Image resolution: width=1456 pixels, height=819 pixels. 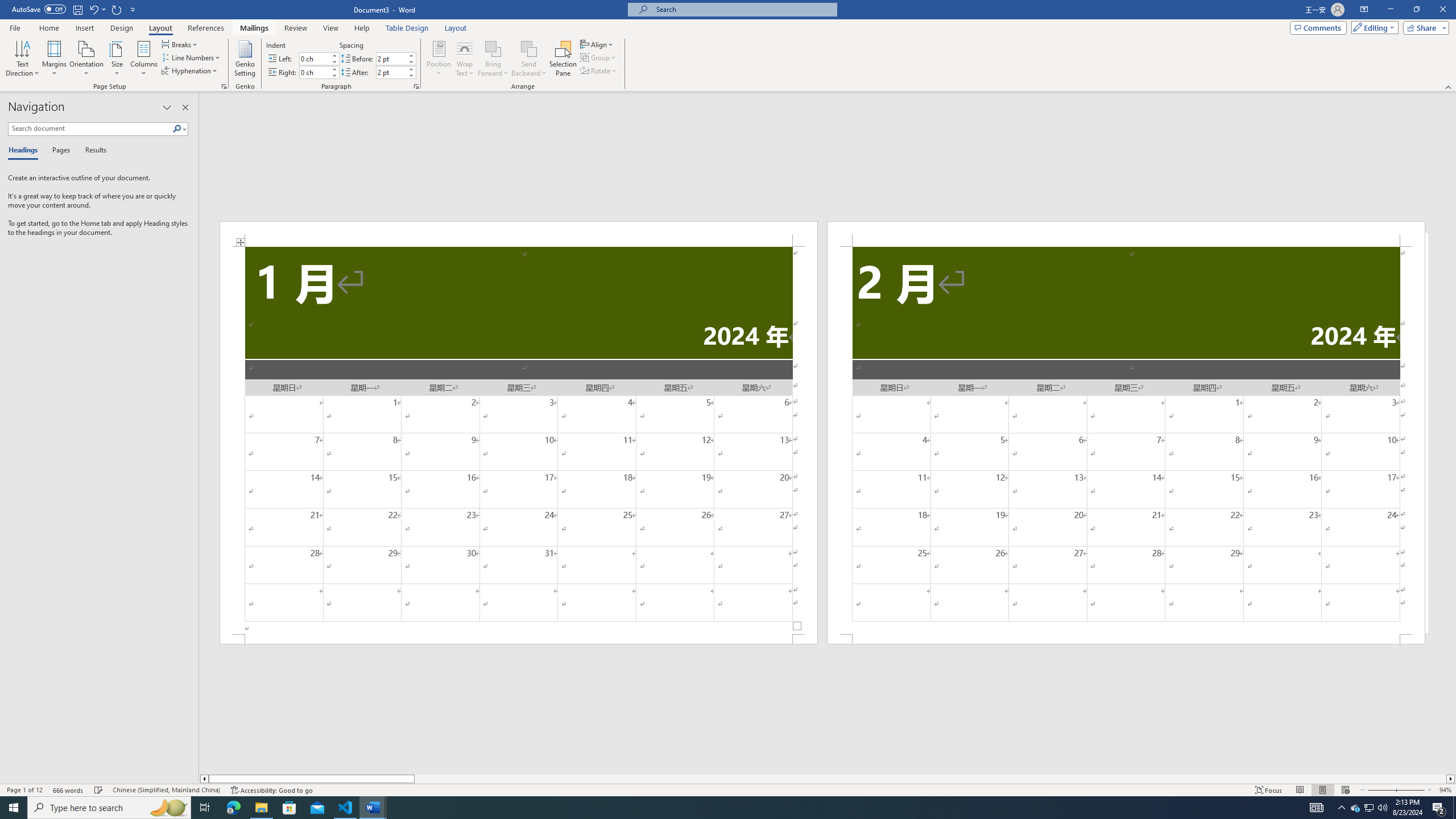 What do you see at coordinates (464, 59) in the screenshot?
I see `'Wrap Text'` at bounding box center [464, 59].